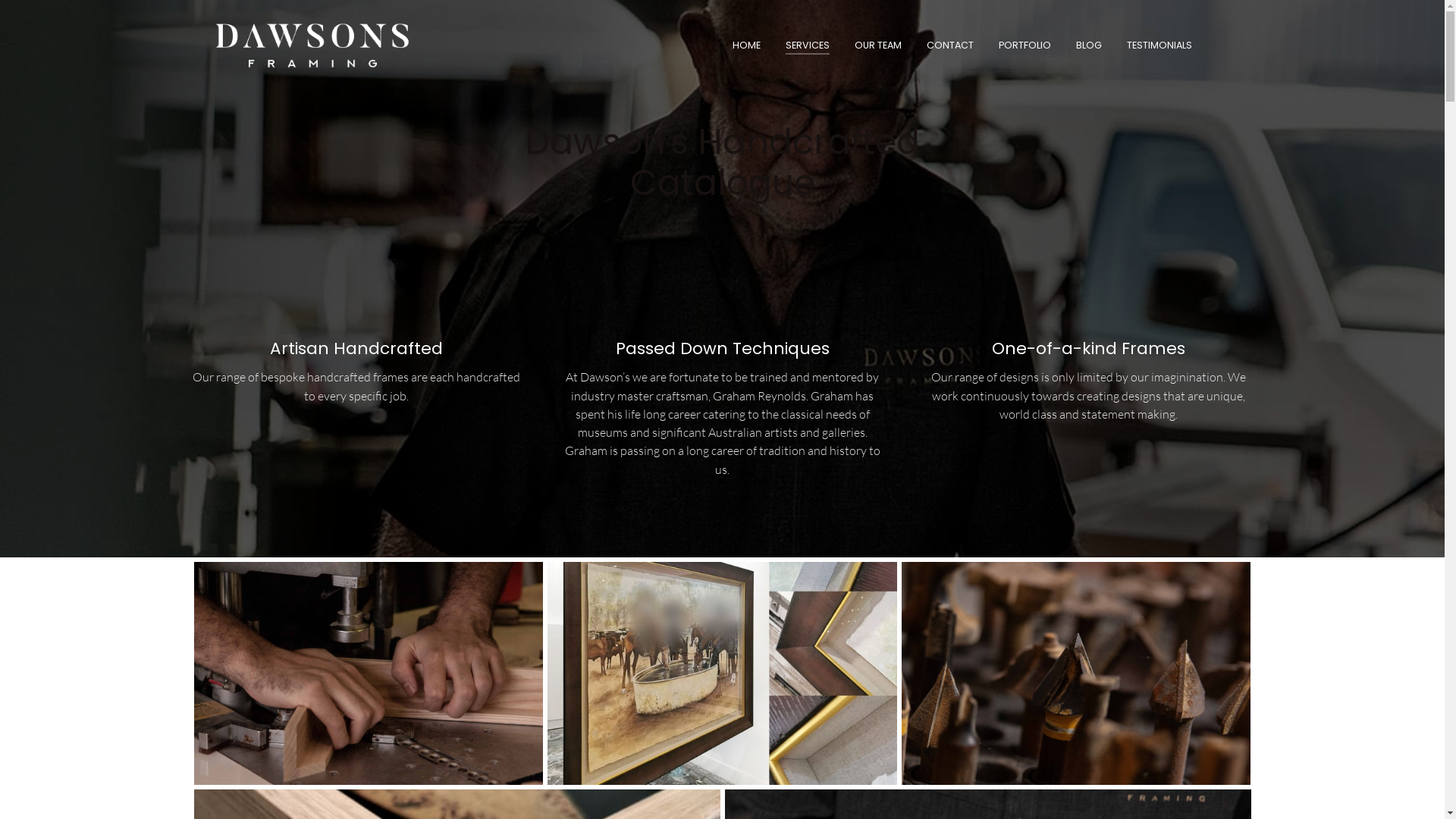 The image size is (1456, 819). What do you see at coordinates (949, 30) in the screenshot?
I see `'Skip to content'` at bounding box center [949, 30].